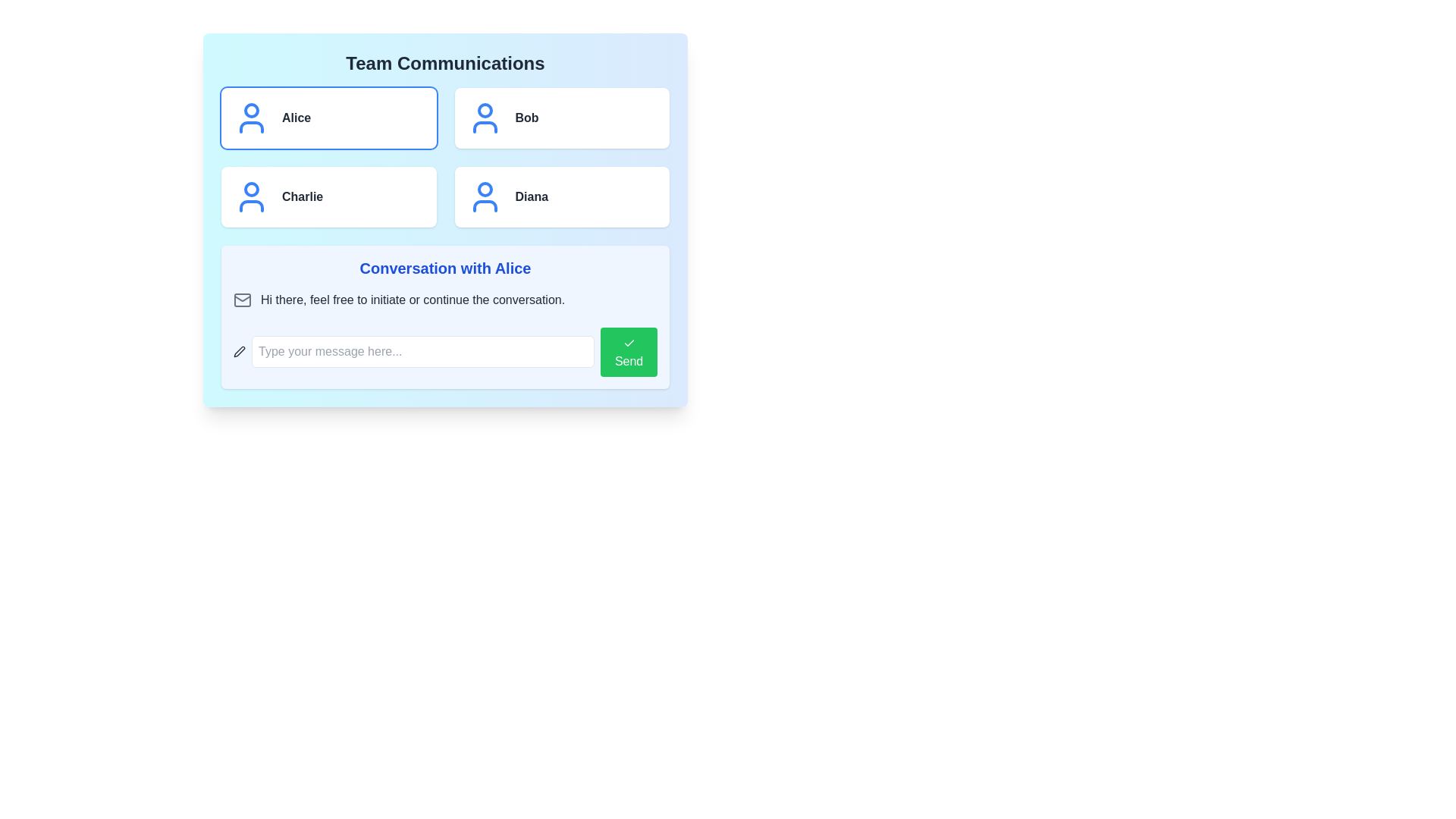 Image resolution: width=1456 pixels, height=819 pixels. I want to click on the arc-like shape forming the torso of the user avatar icon representing Alice, located in the upper left quadrant of the interface, so click(251, 127).